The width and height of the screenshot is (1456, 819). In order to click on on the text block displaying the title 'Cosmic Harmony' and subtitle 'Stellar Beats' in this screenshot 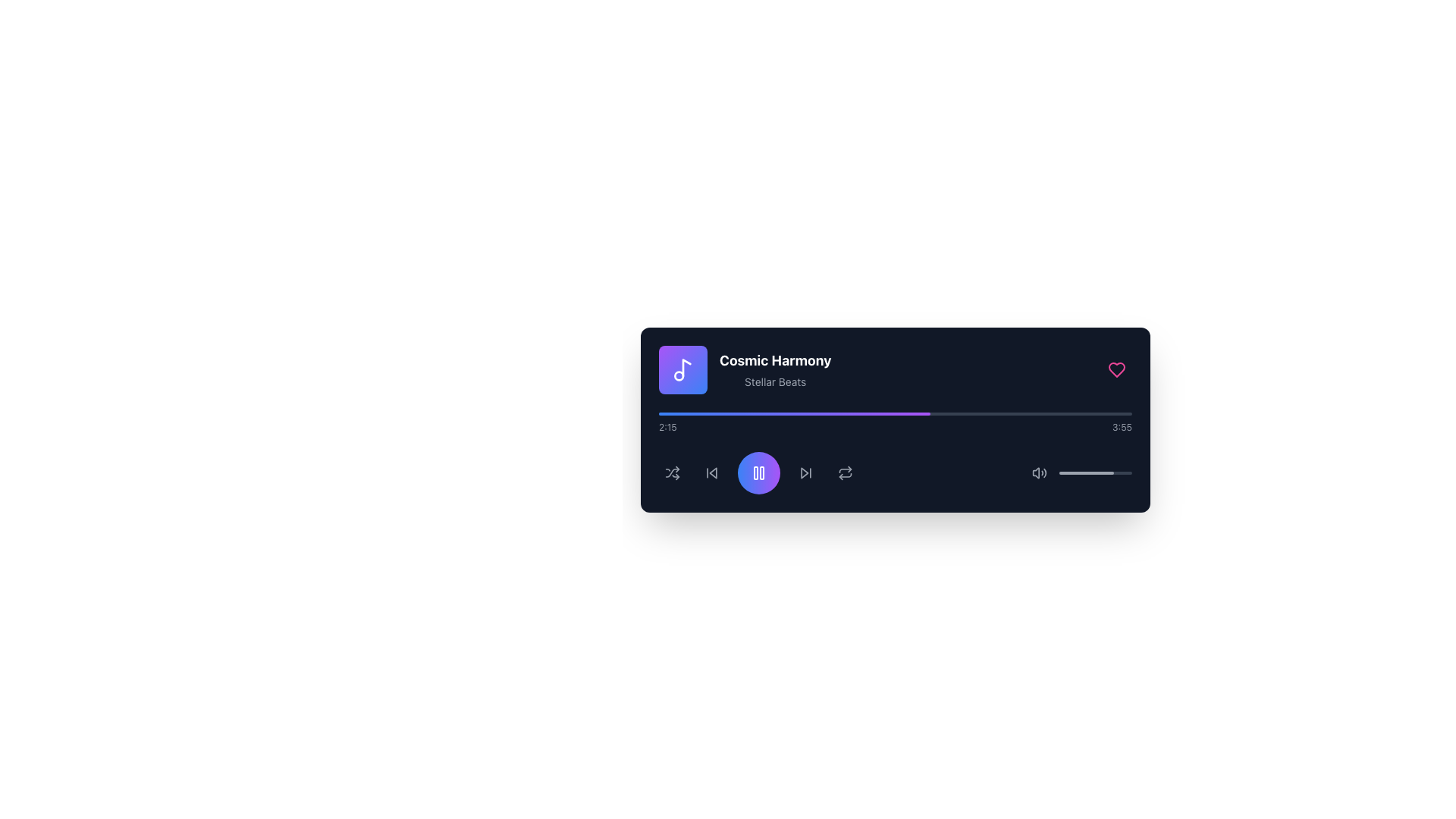, I will do `click(745, 370)`.